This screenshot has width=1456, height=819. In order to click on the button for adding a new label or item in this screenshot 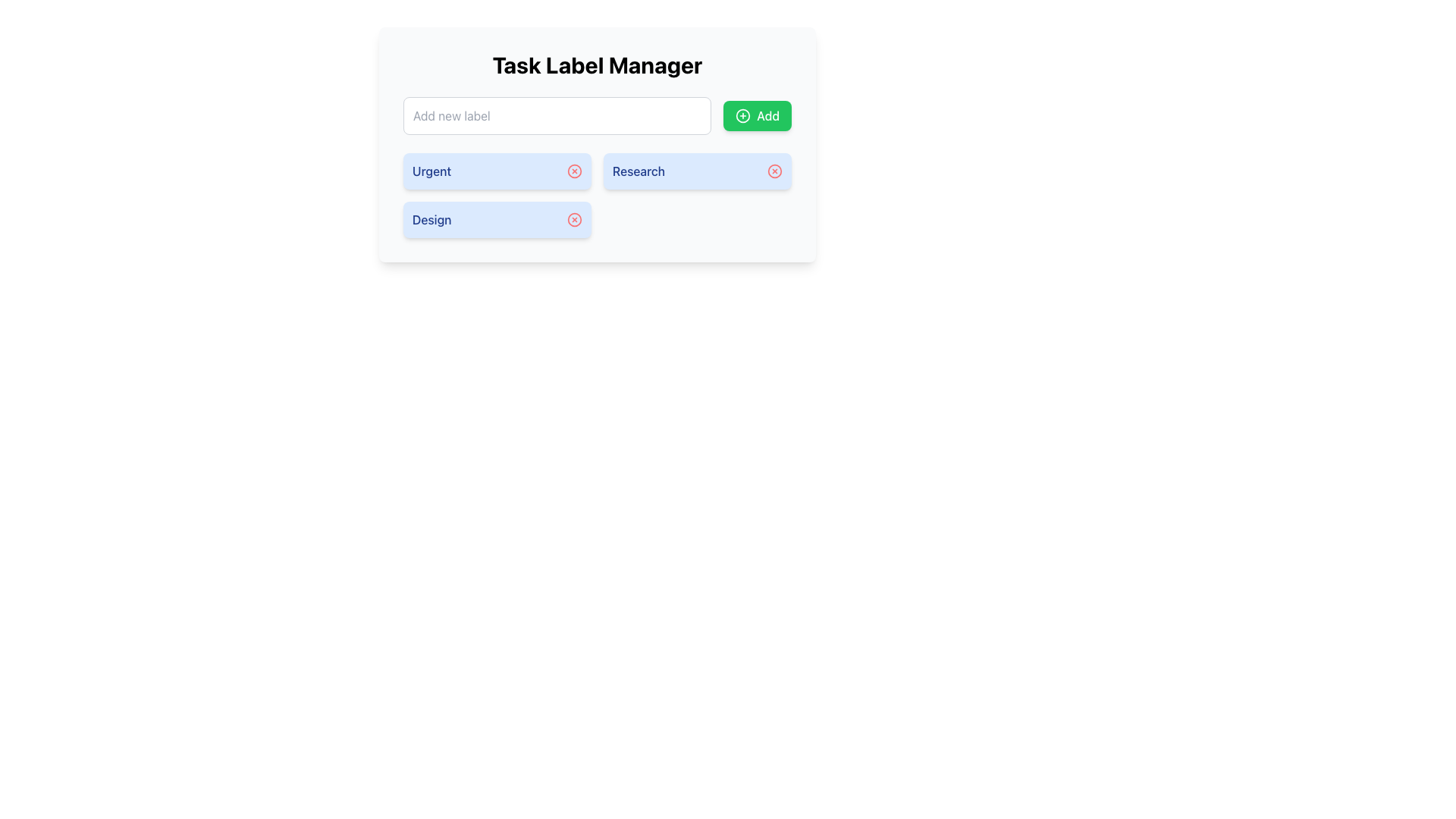, I will do `click(758, 115)`.